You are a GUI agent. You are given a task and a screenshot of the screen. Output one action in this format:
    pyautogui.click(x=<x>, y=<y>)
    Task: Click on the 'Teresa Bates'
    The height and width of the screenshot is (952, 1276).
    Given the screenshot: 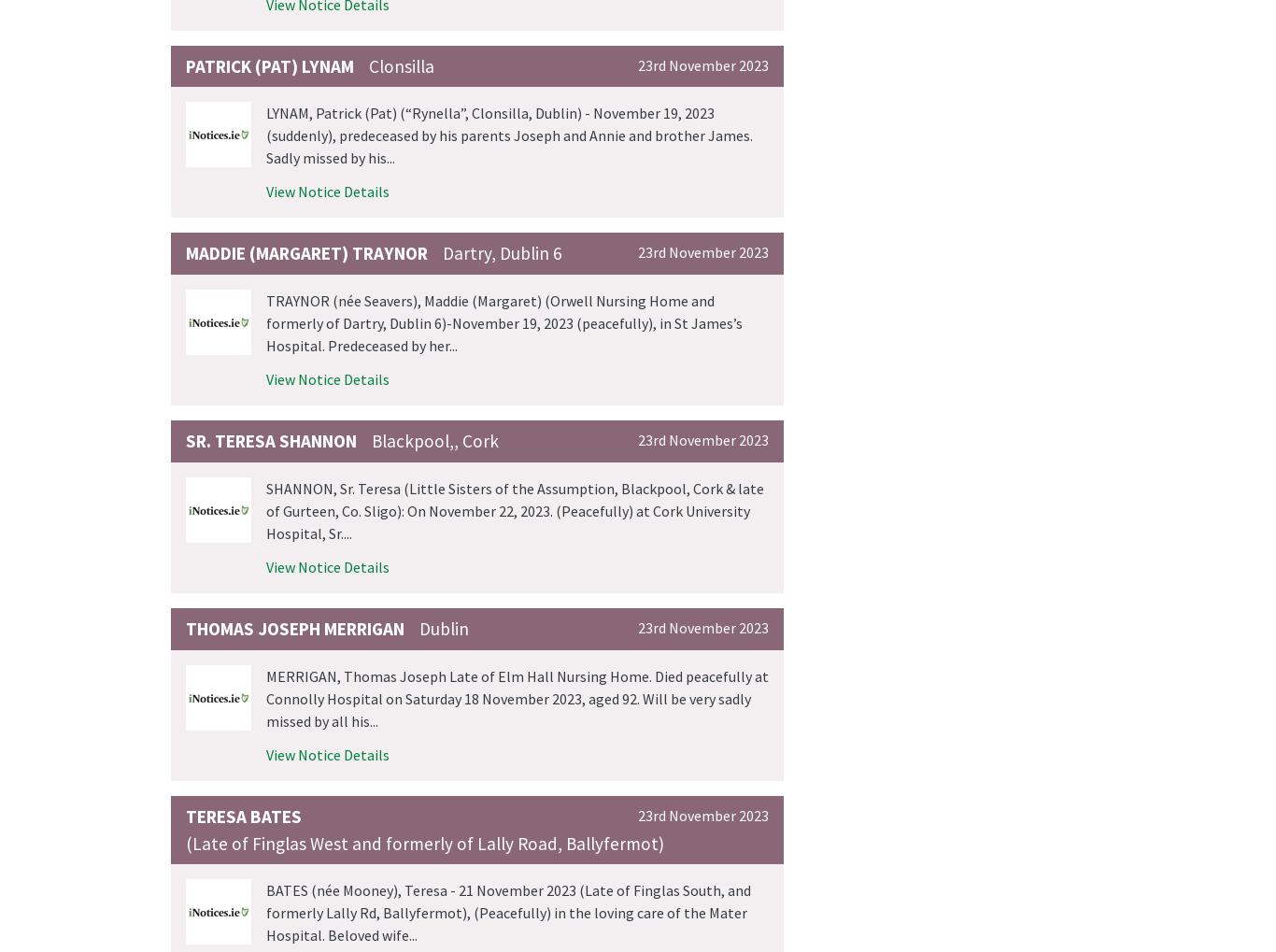 What is the action you would take?
    pyautogui.click(x=244, y=814)
    